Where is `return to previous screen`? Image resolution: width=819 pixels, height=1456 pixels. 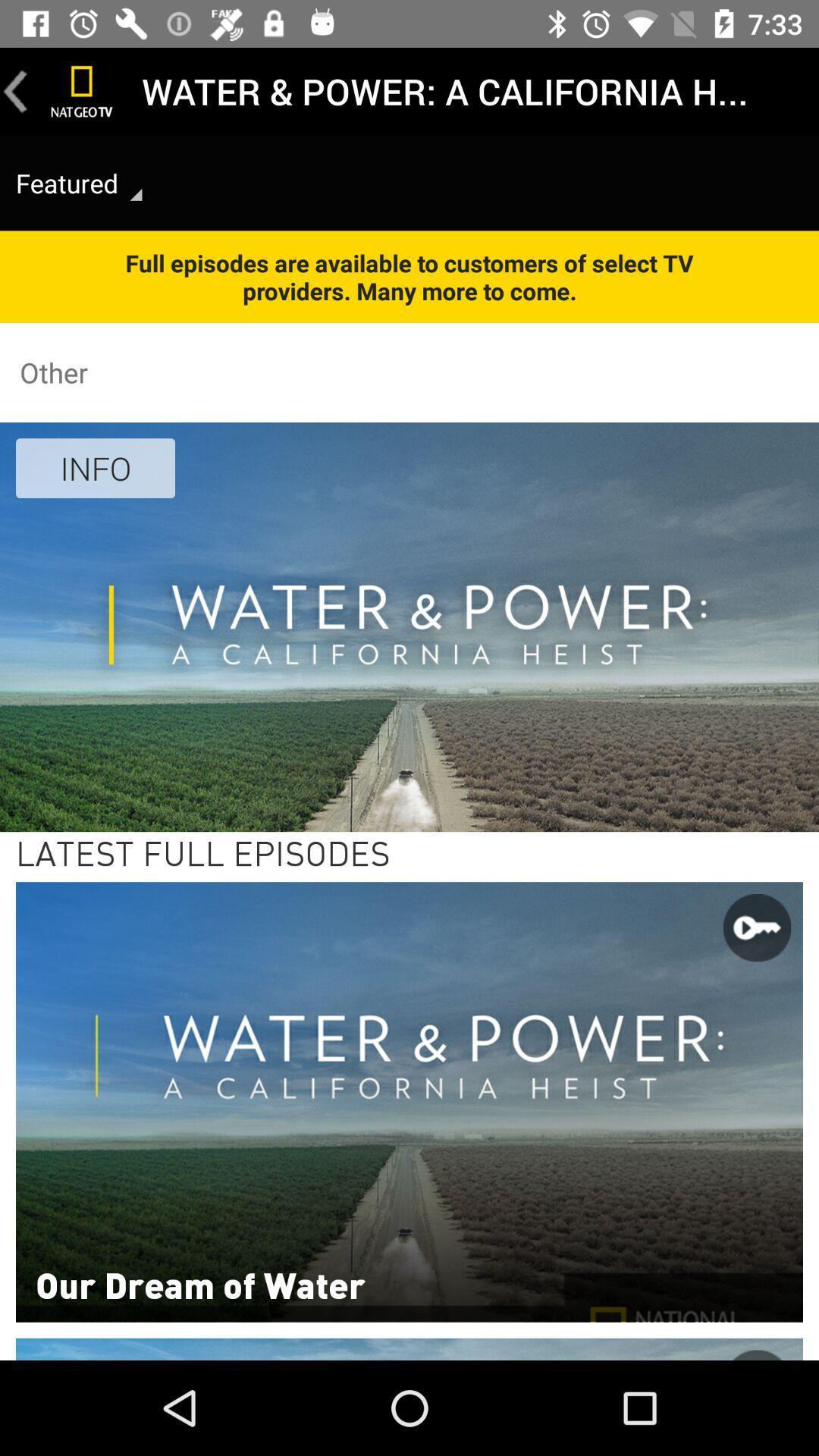 return to previous screen is located at coordinates (15, 90).